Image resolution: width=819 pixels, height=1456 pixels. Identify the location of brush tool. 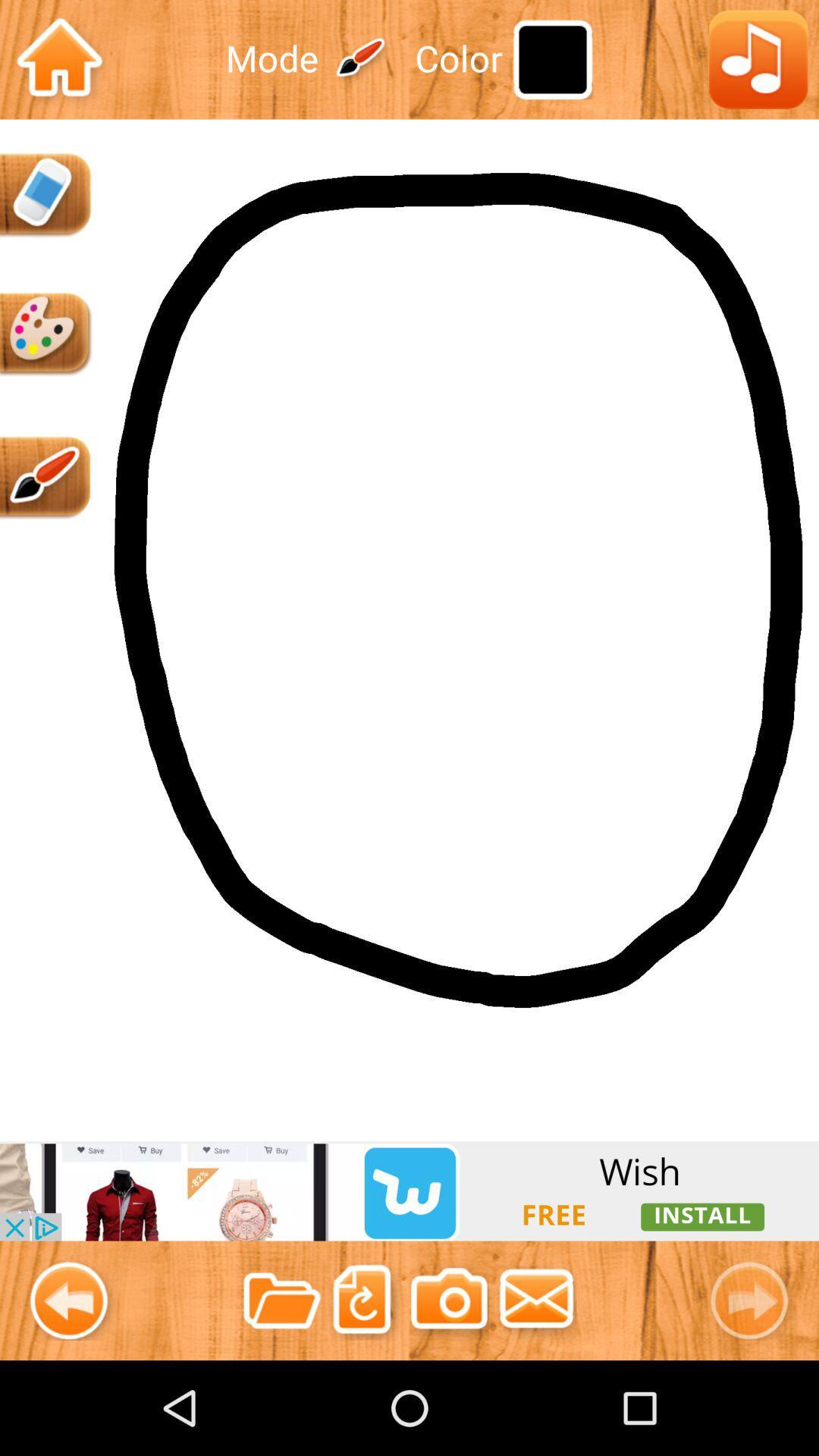
(46, 477).